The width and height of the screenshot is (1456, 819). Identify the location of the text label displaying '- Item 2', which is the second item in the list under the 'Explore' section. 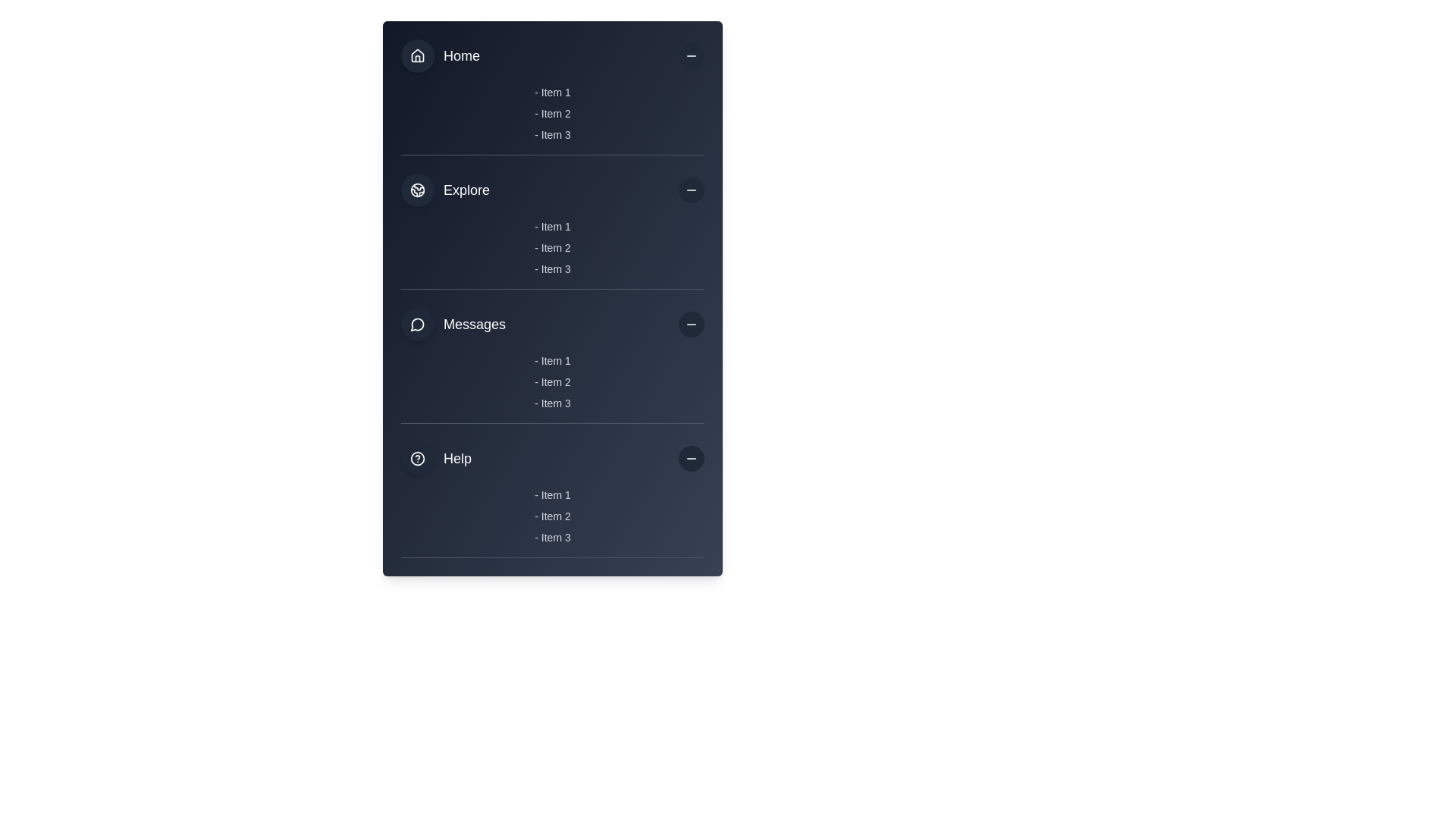
(552, 247).